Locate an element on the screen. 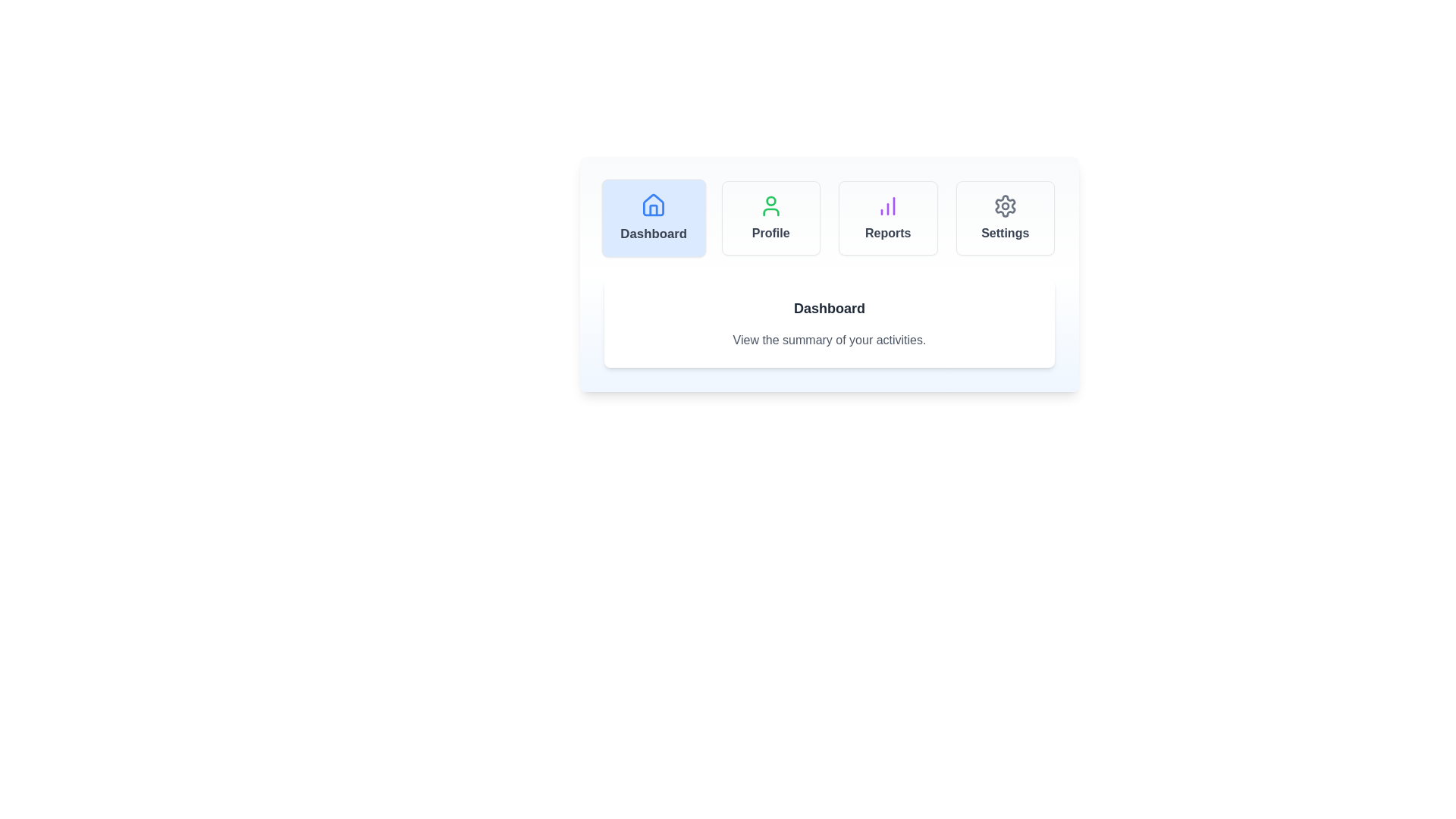  the Reports tab to navigate to it is located at coordinates (888, 218).